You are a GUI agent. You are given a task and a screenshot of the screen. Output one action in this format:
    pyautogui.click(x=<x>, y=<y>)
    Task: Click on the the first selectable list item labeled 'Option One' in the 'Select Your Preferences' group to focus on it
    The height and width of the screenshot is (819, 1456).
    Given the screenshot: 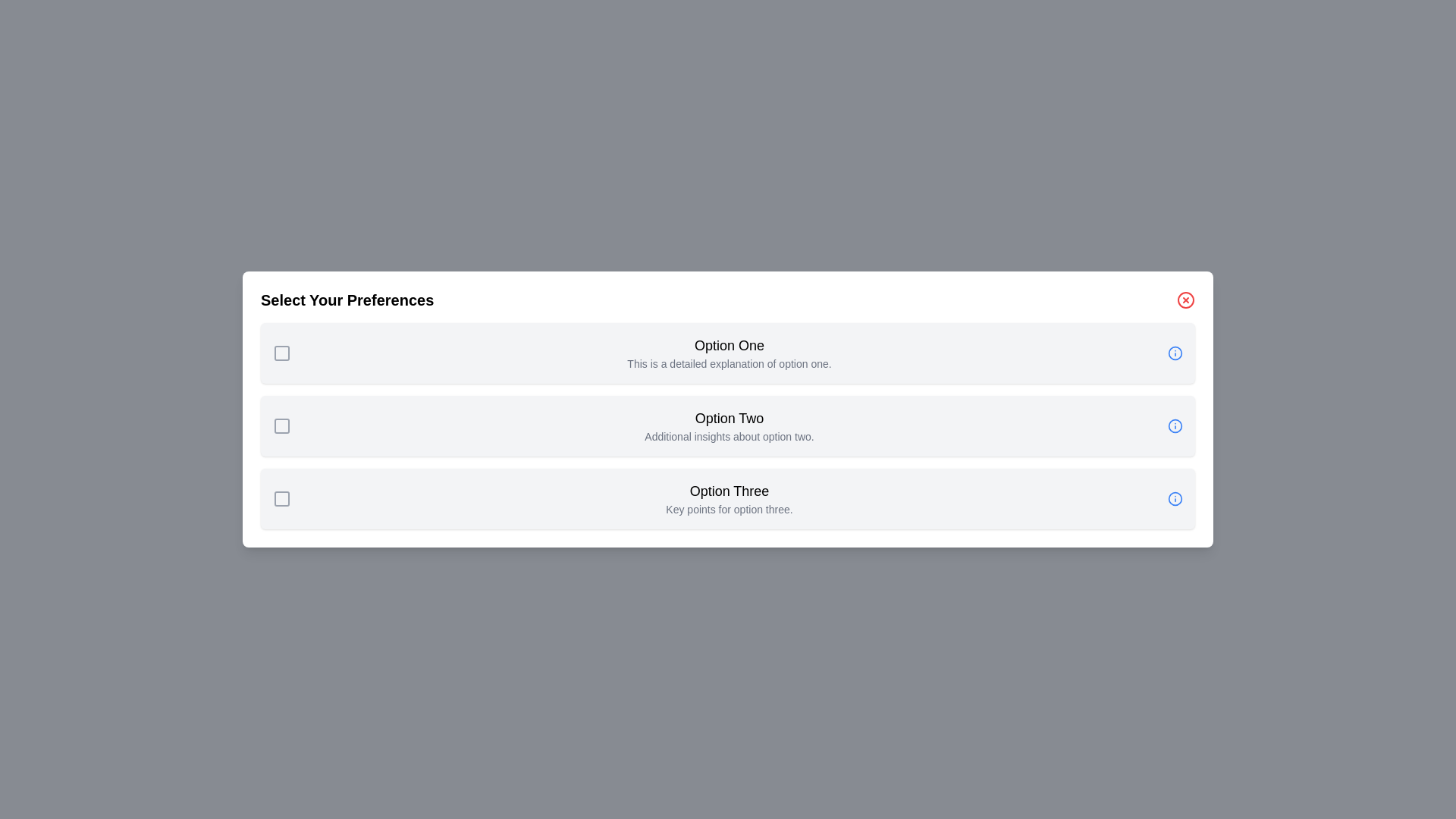 What is the action you would take?
    pyautogui.click(x=728, y=353)
    